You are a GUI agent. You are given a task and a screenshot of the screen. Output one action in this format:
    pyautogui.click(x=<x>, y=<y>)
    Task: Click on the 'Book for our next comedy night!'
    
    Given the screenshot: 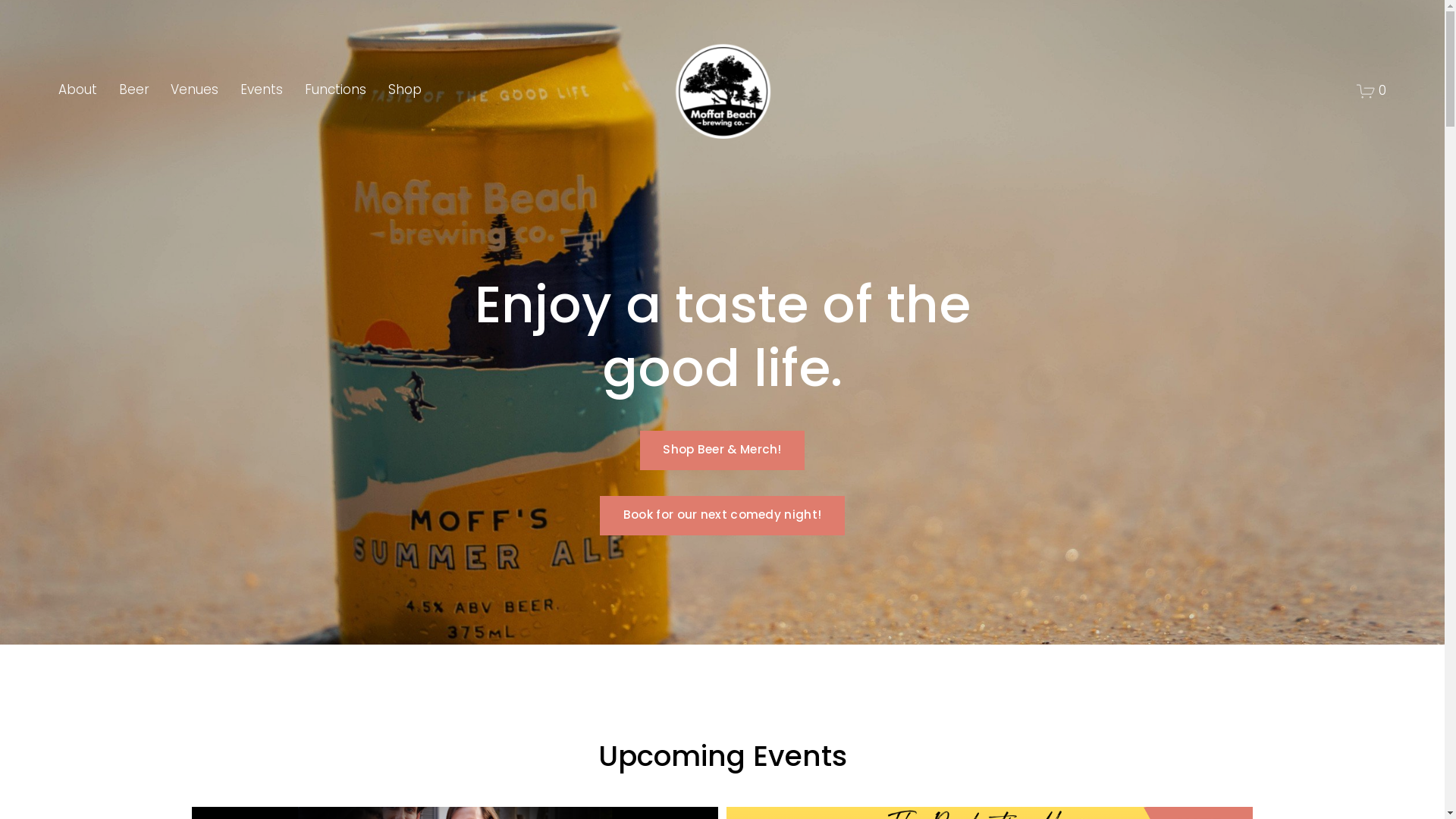 What is the action you would take?
    pyautogui.click(x=721, y=514)
    